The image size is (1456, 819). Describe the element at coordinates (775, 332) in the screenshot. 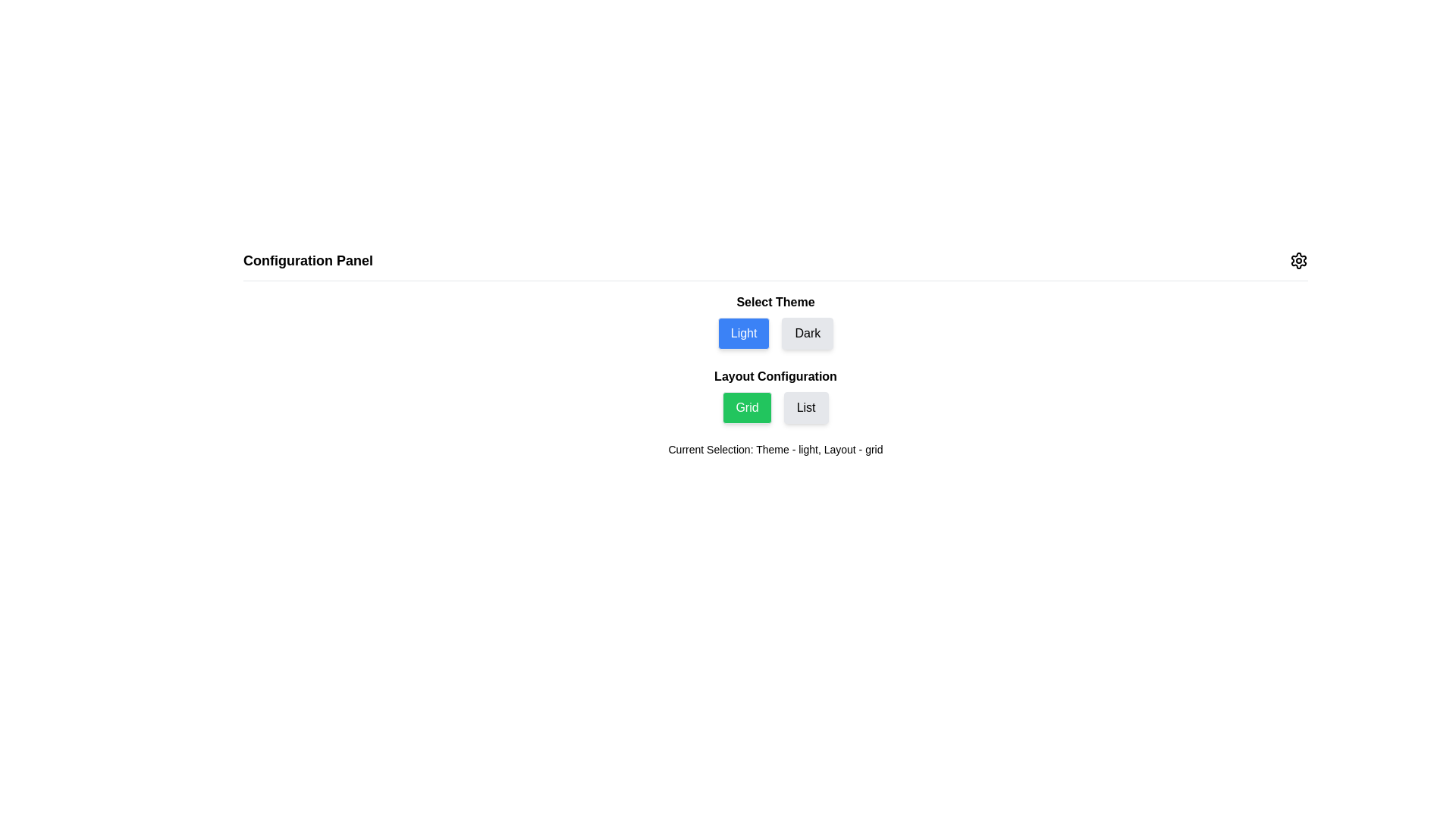

I see `the 'Light' button in the theme selection button group` at that location.